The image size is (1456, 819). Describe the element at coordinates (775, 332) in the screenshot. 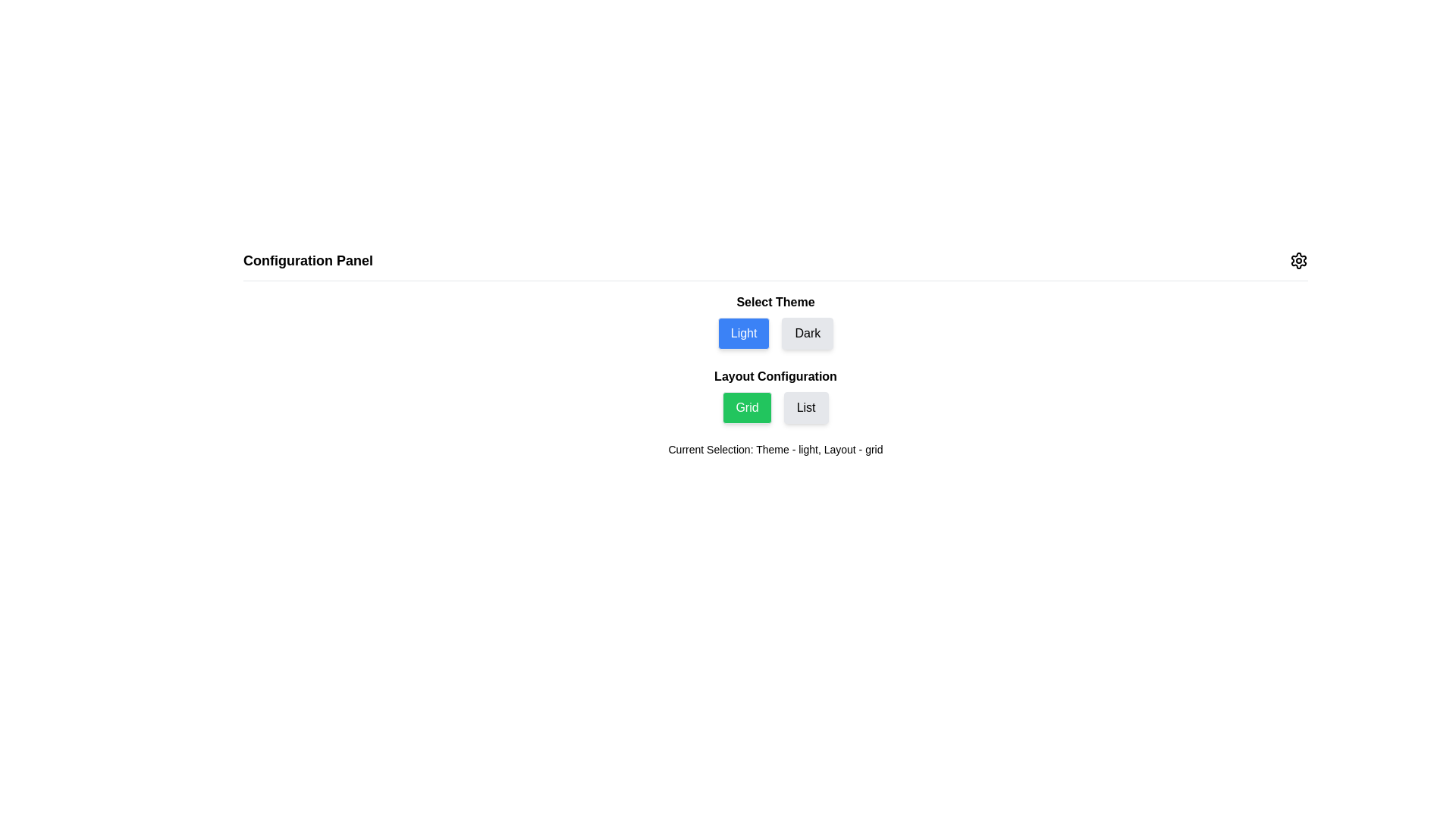

I see `the 'Light' button in the theme selection button group` at that location.